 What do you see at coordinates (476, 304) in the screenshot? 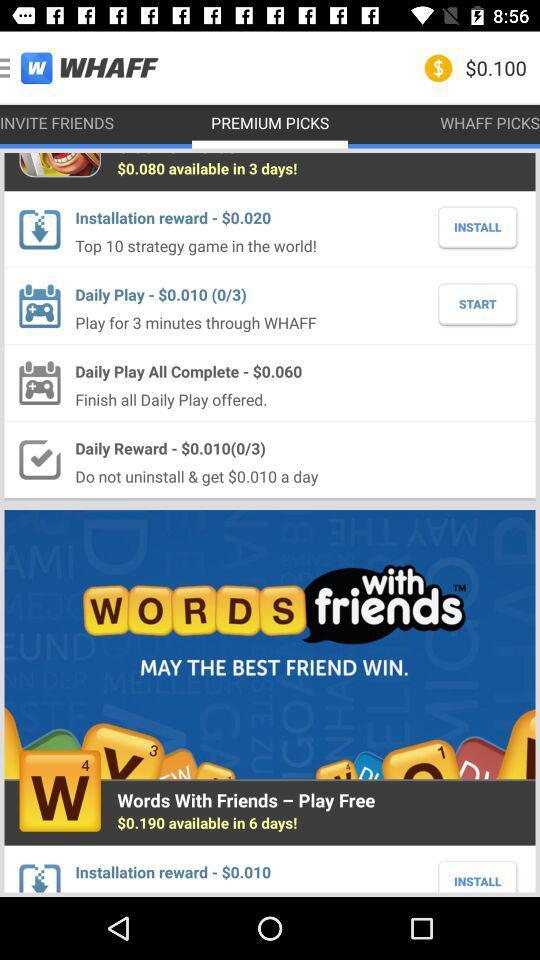
I see `the icon next to play for 3` at bounding box center [476, 304].